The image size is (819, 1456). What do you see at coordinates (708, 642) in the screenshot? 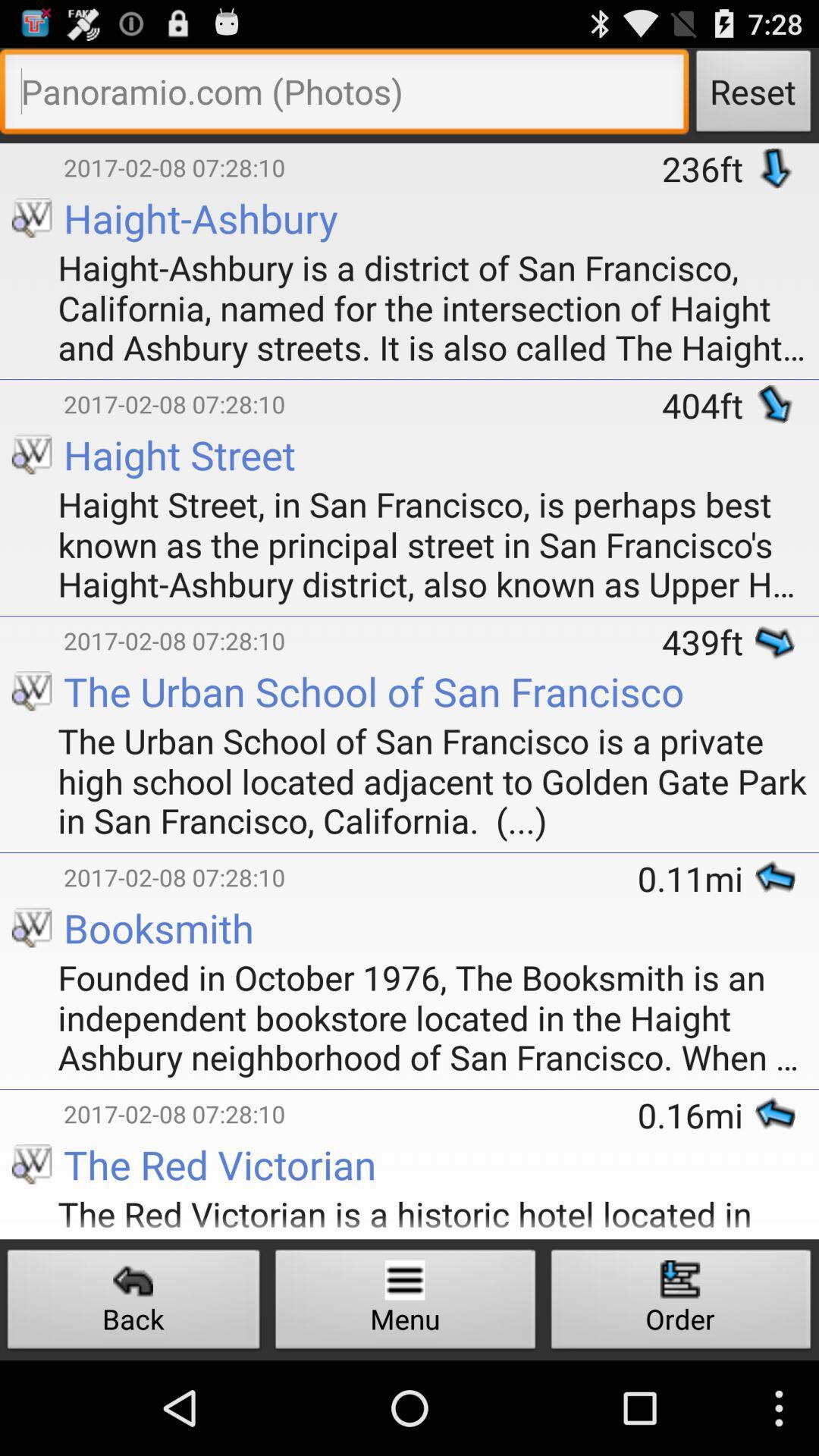
I see `the 439ft item` at bounding box center [708, 642].